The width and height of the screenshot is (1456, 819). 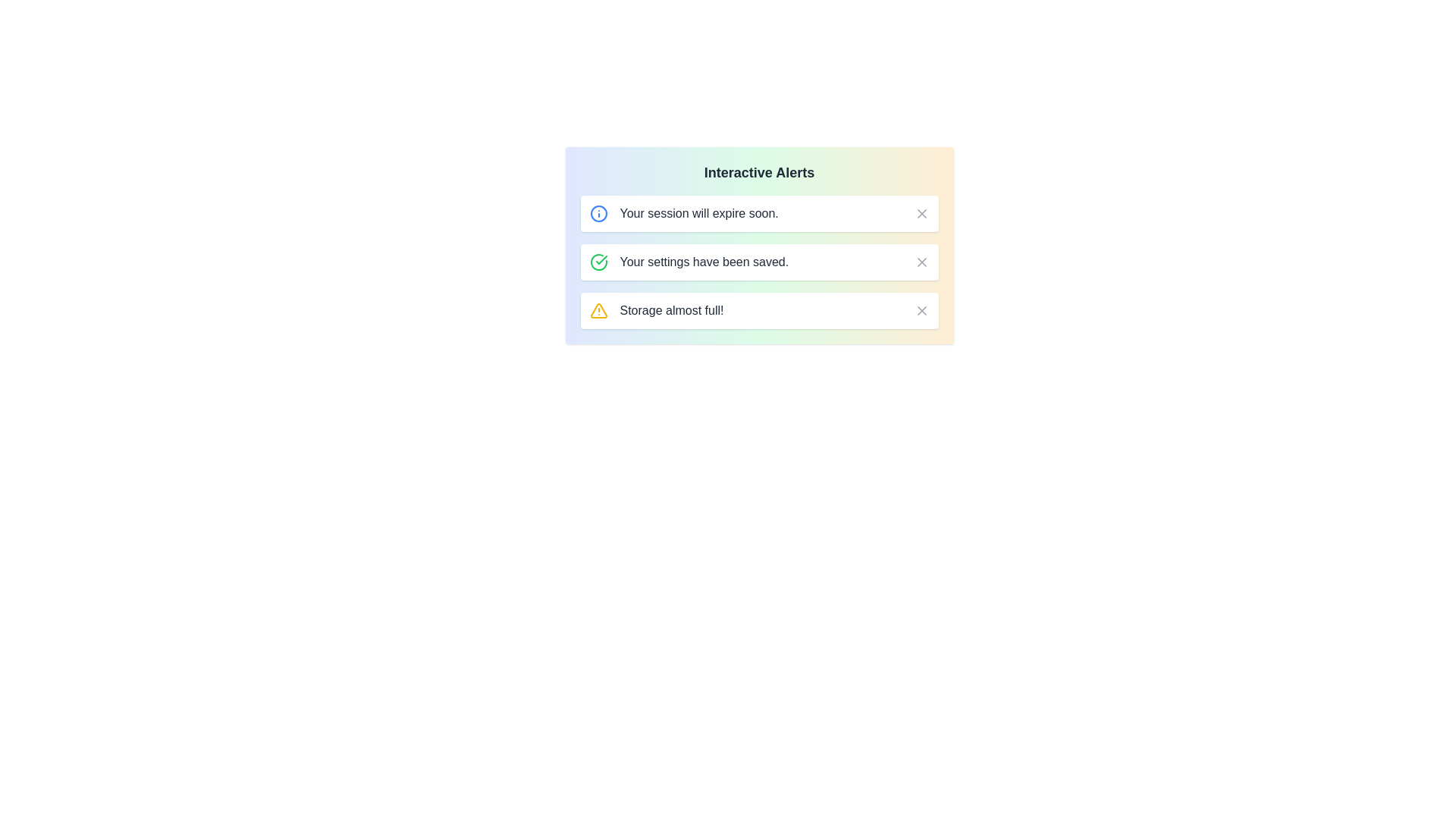 What do you see at coordinates (598, 309) in the screenshot?
I see `the leftmost warning icon in the third row of the visible alert list within the 'Interactive Alerts' box` at bounding box center [598, 309].